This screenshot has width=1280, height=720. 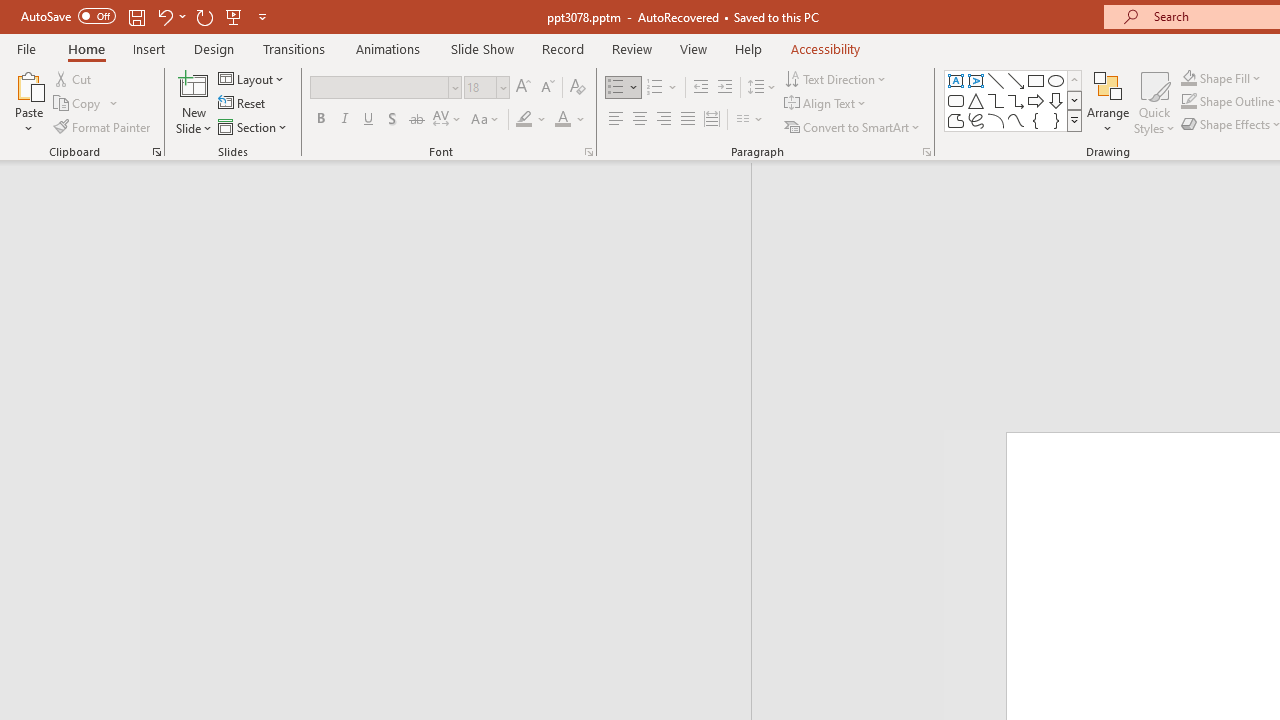 I want to click on 'Italic', so click(x=344, y=119).